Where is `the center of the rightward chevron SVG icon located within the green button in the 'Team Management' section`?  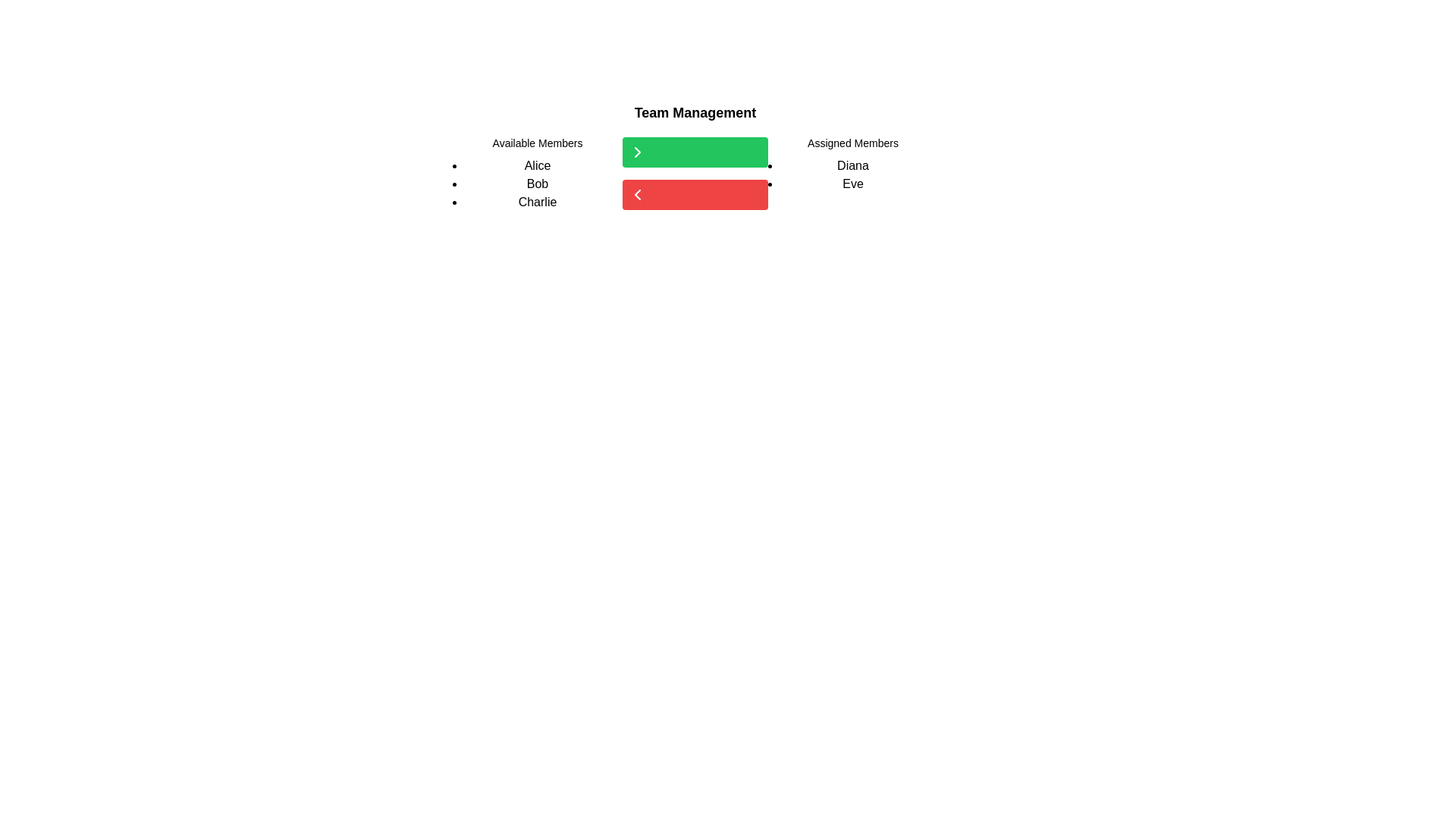 the center of the rightward chevron SVG icon located within the green button in the 'Team Management' section is located at coordinates (637, 152).